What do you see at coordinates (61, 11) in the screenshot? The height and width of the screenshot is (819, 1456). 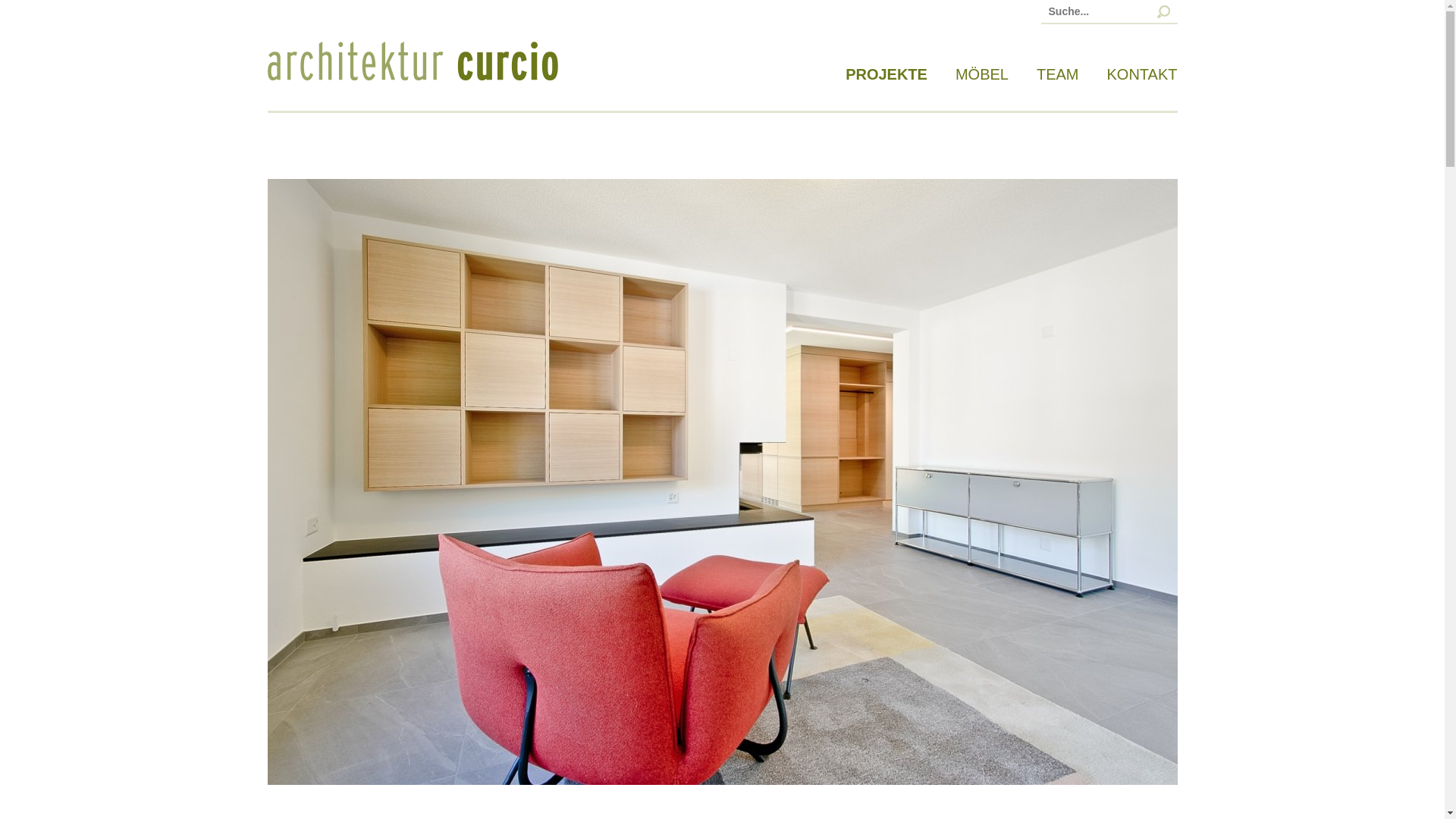 I see `'Suche'` at bounding box center [61, 11].